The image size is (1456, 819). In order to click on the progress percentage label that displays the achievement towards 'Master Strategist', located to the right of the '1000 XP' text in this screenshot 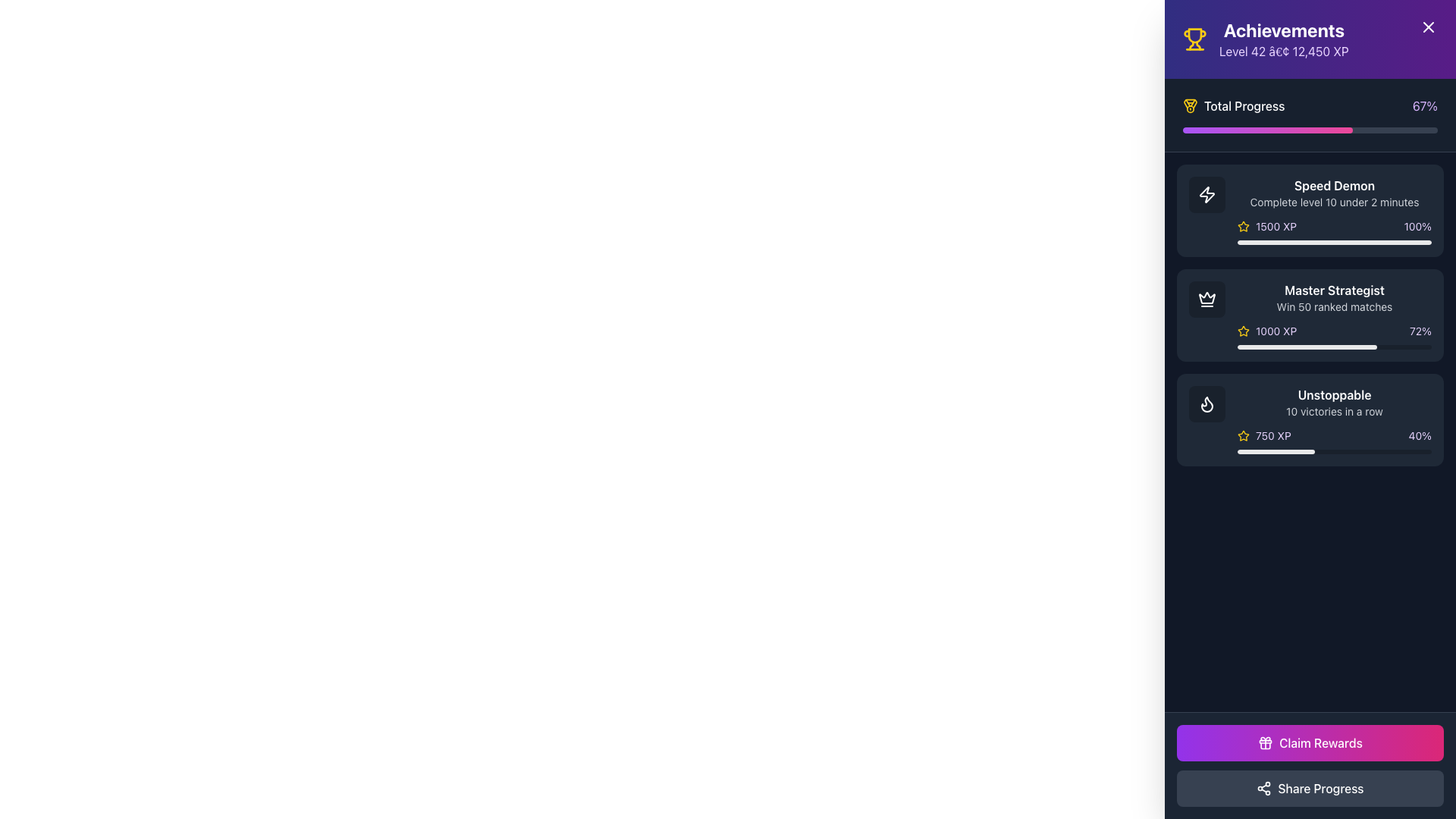, I will do `click(1420, 330)`.